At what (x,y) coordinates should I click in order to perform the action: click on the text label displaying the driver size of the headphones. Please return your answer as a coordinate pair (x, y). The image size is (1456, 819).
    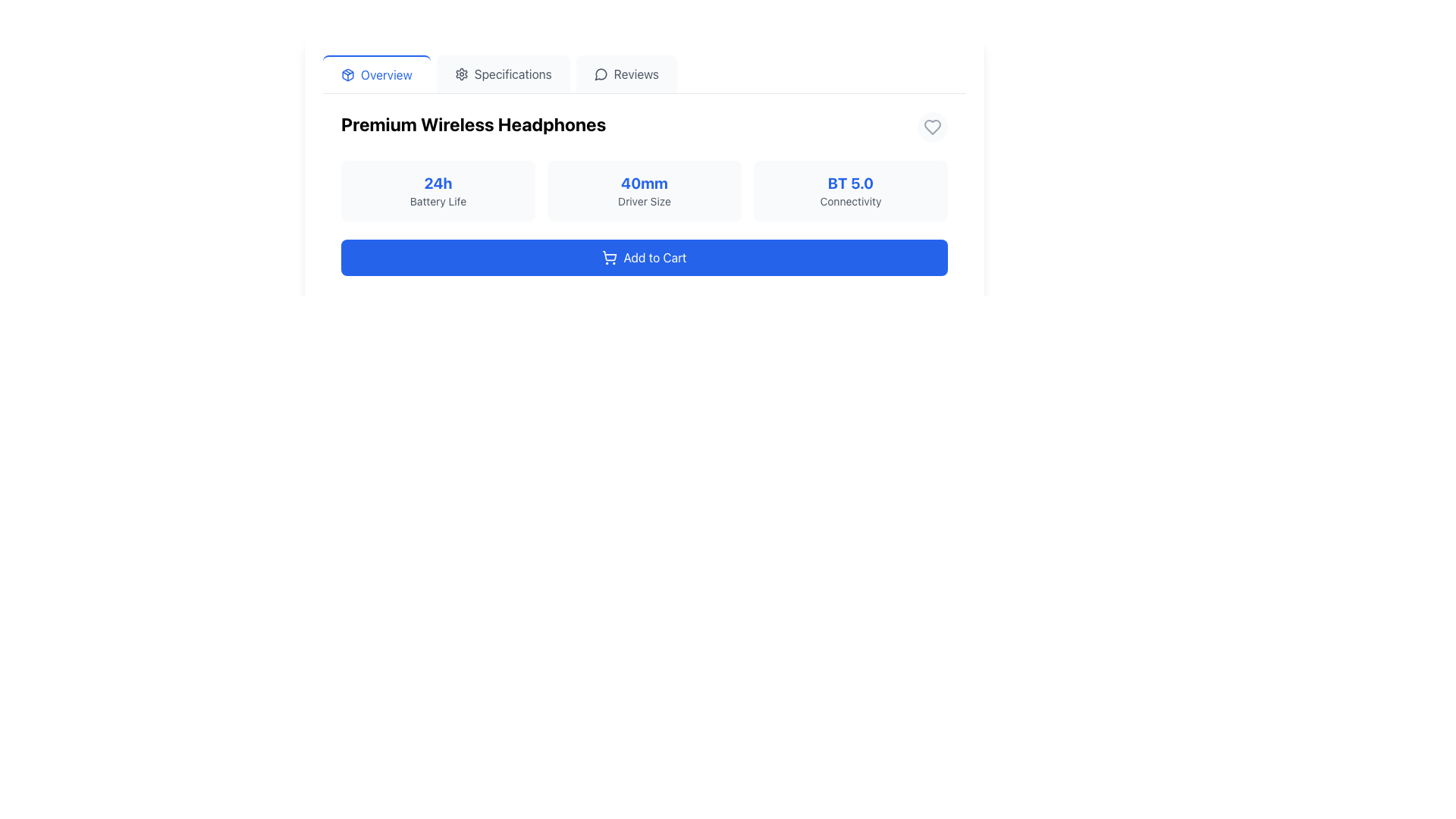
    Looking at the image, I should click on (644, 183).